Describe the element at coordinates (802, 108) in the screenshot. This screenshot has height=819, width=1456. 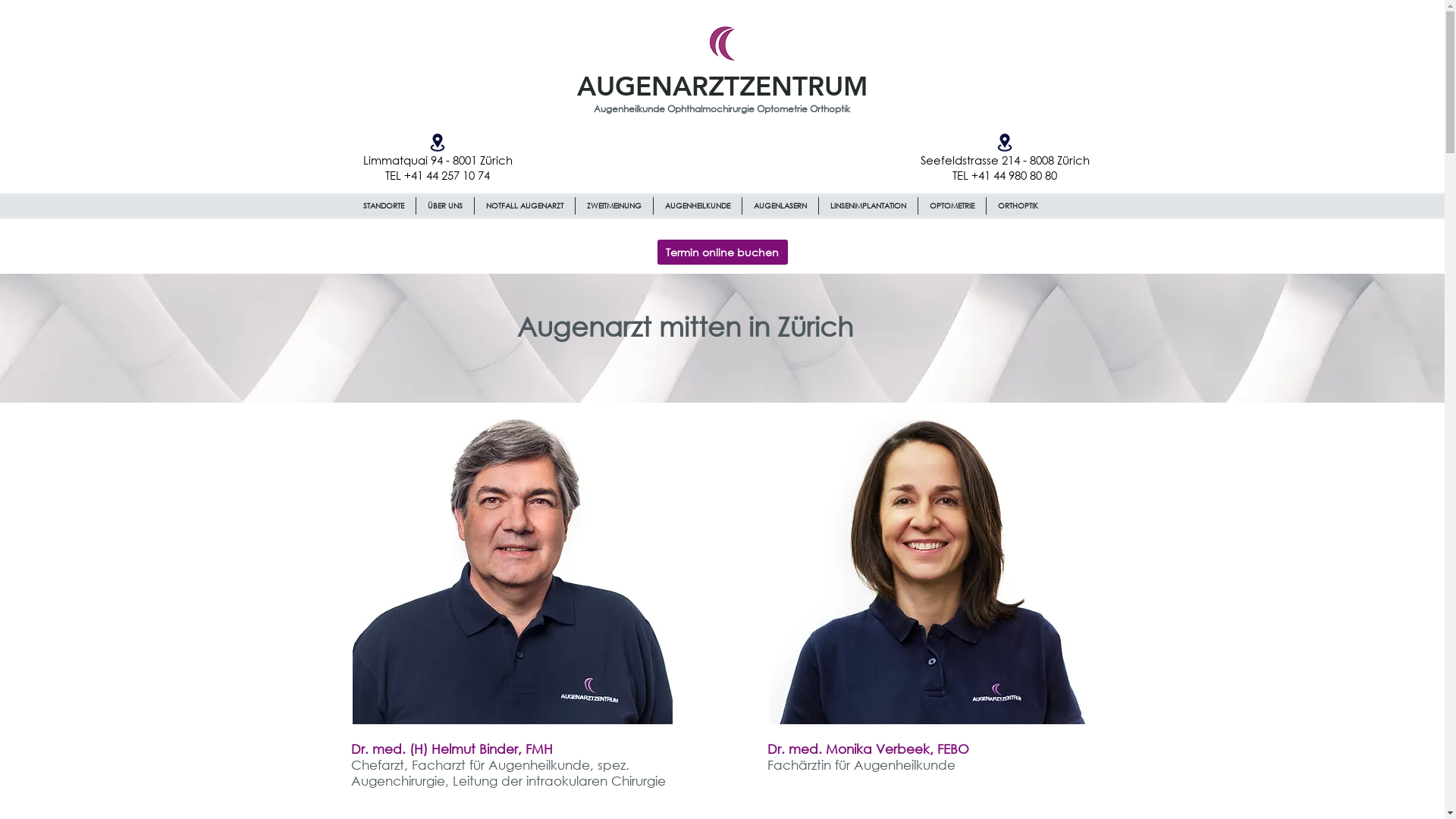
I see `'Optometrie Orthoptik'` at that location.